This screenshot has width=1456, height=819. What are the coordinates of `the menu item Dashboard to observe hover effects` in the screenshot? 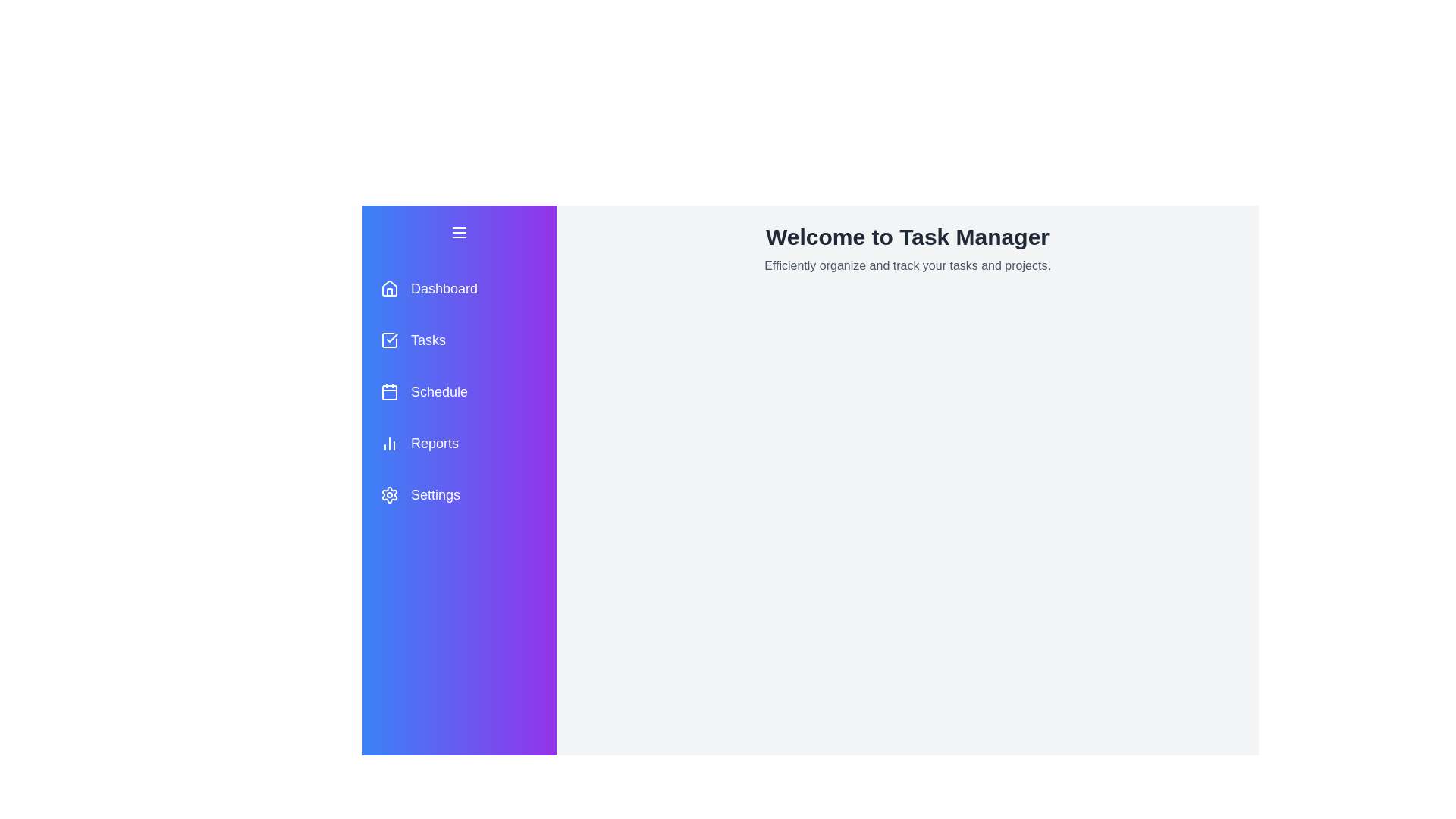 It's located at (458, 289).